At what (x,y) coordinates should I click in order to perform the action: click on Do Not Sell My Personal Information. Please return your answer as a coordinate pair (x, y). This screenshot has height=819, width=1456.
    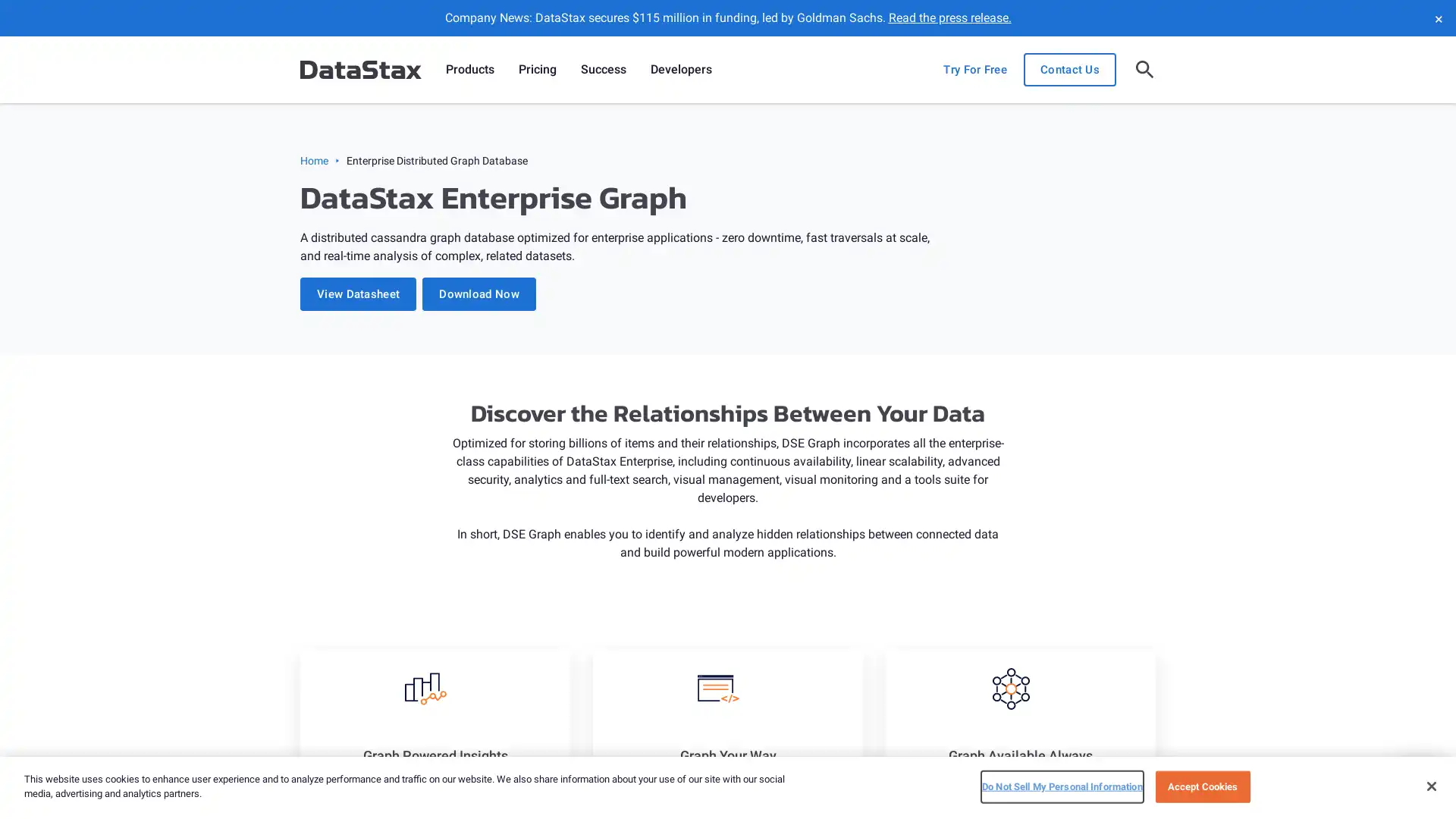
    Looking at the image, I should click on (1061, 786).